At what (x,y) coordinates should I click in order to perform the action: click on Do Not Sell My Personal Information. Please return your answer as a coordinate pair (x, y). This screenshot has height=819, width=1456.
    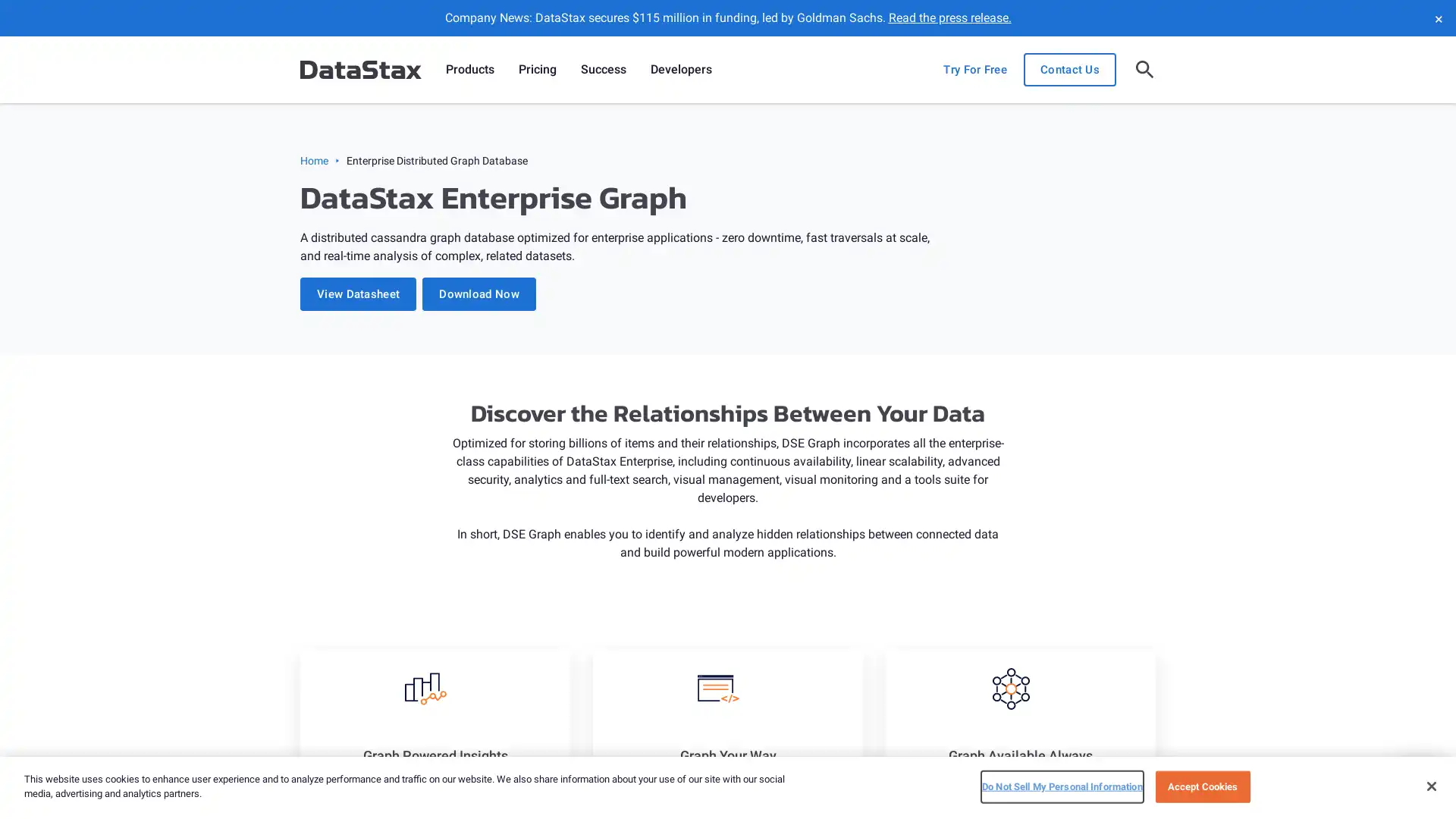
    Looking at the image, I should click on (1061, 786).